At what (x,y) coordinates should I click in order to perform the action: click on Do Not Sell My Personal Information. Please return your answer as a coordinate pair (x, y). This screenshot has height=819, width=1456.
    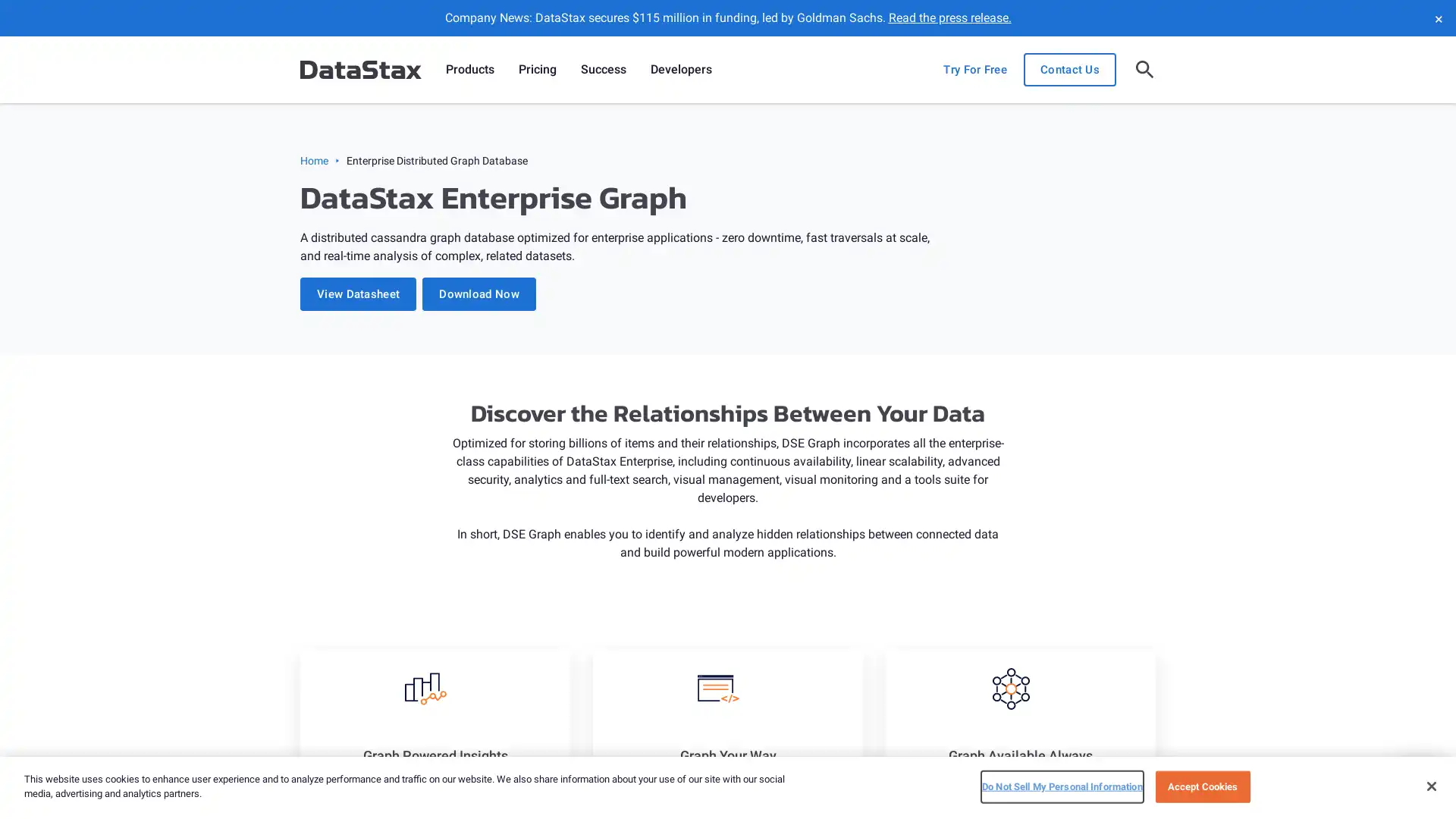
    Looking at the image, I should click on (1061, 786).